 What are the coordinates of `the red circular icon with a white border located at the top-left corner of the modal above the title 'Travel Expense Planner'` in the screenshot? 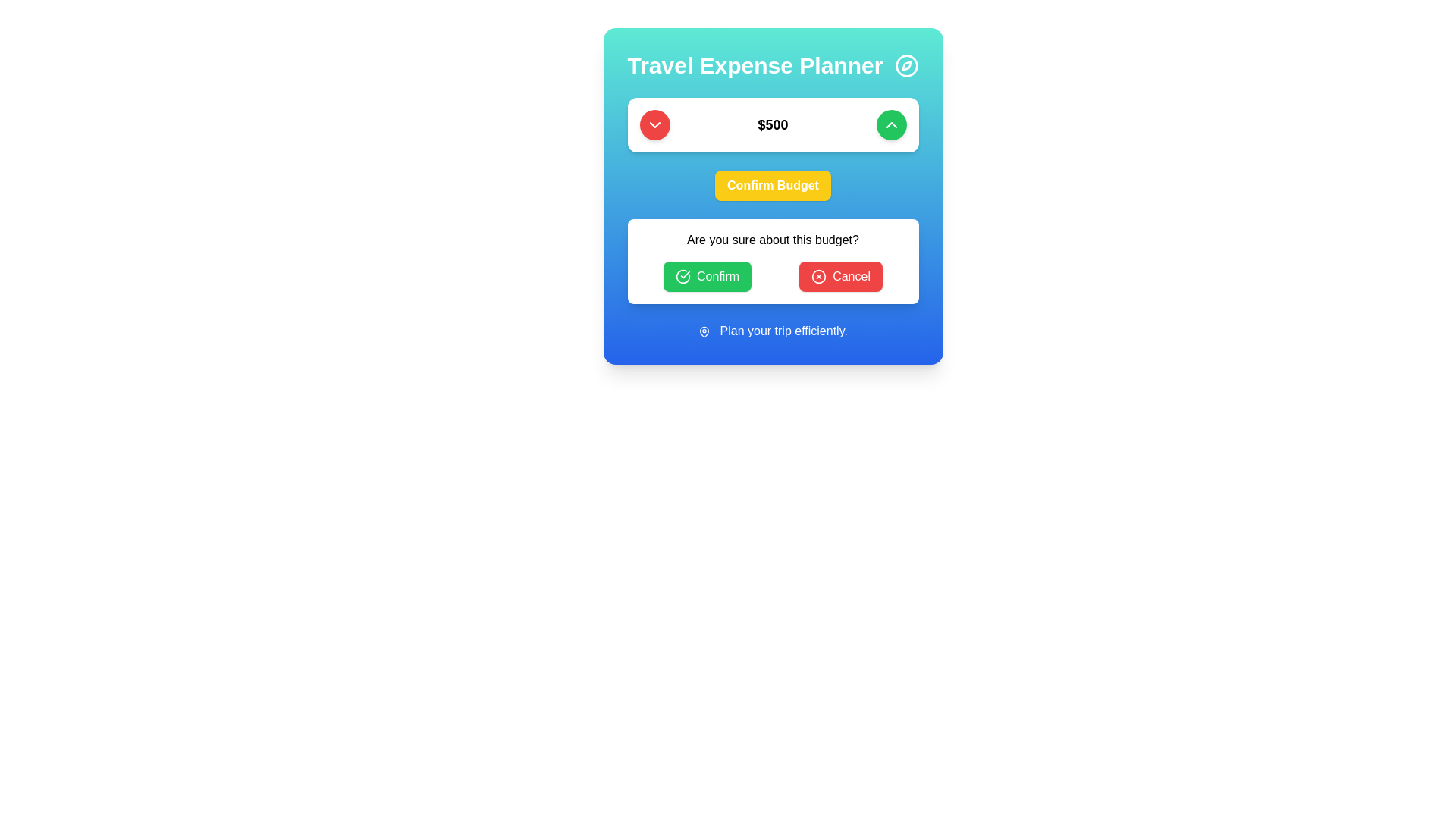 It's located at (818, 277).